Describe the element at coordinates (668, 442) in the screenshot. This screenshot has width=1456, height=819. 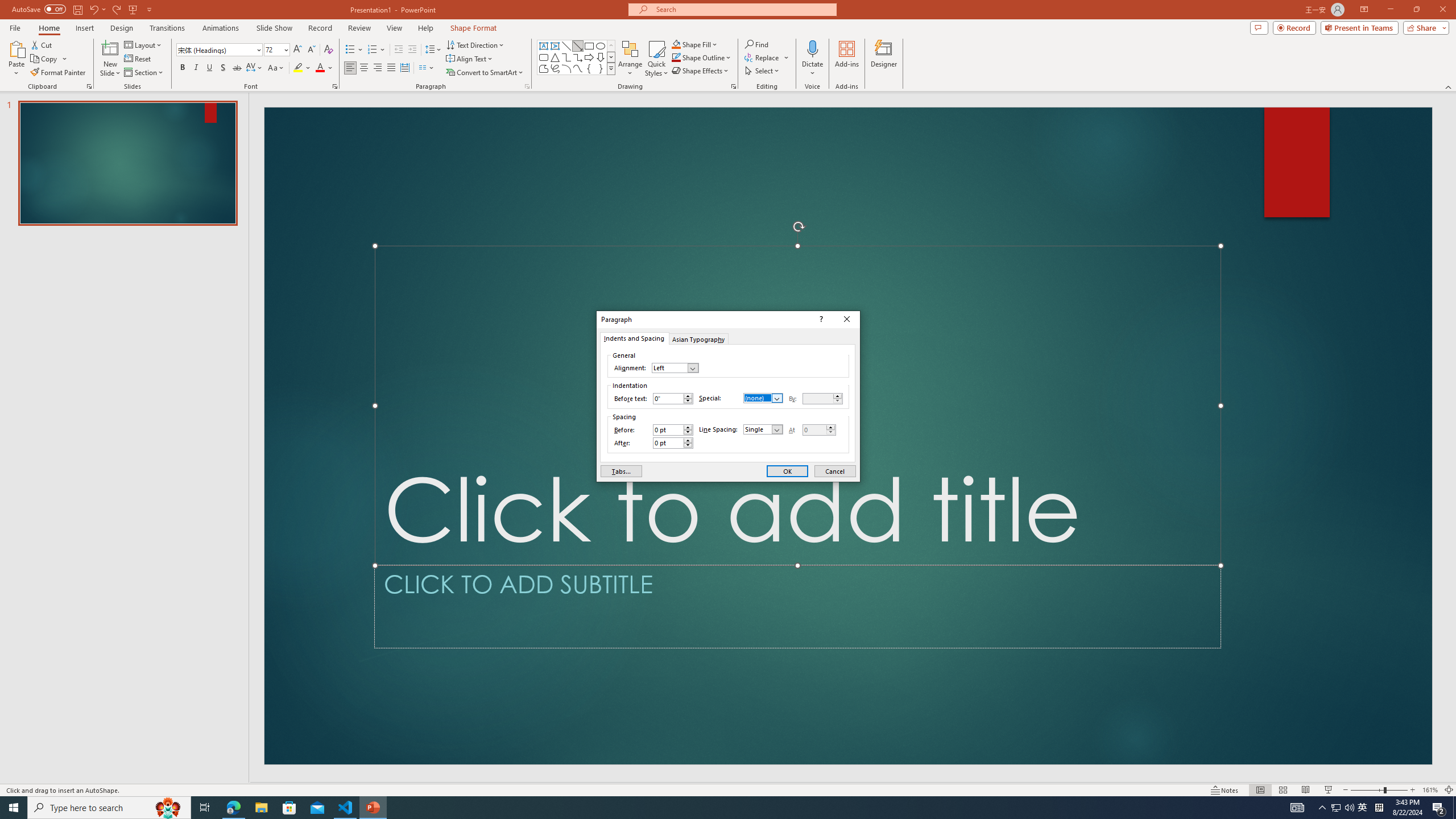
I see `'After'` at that location.